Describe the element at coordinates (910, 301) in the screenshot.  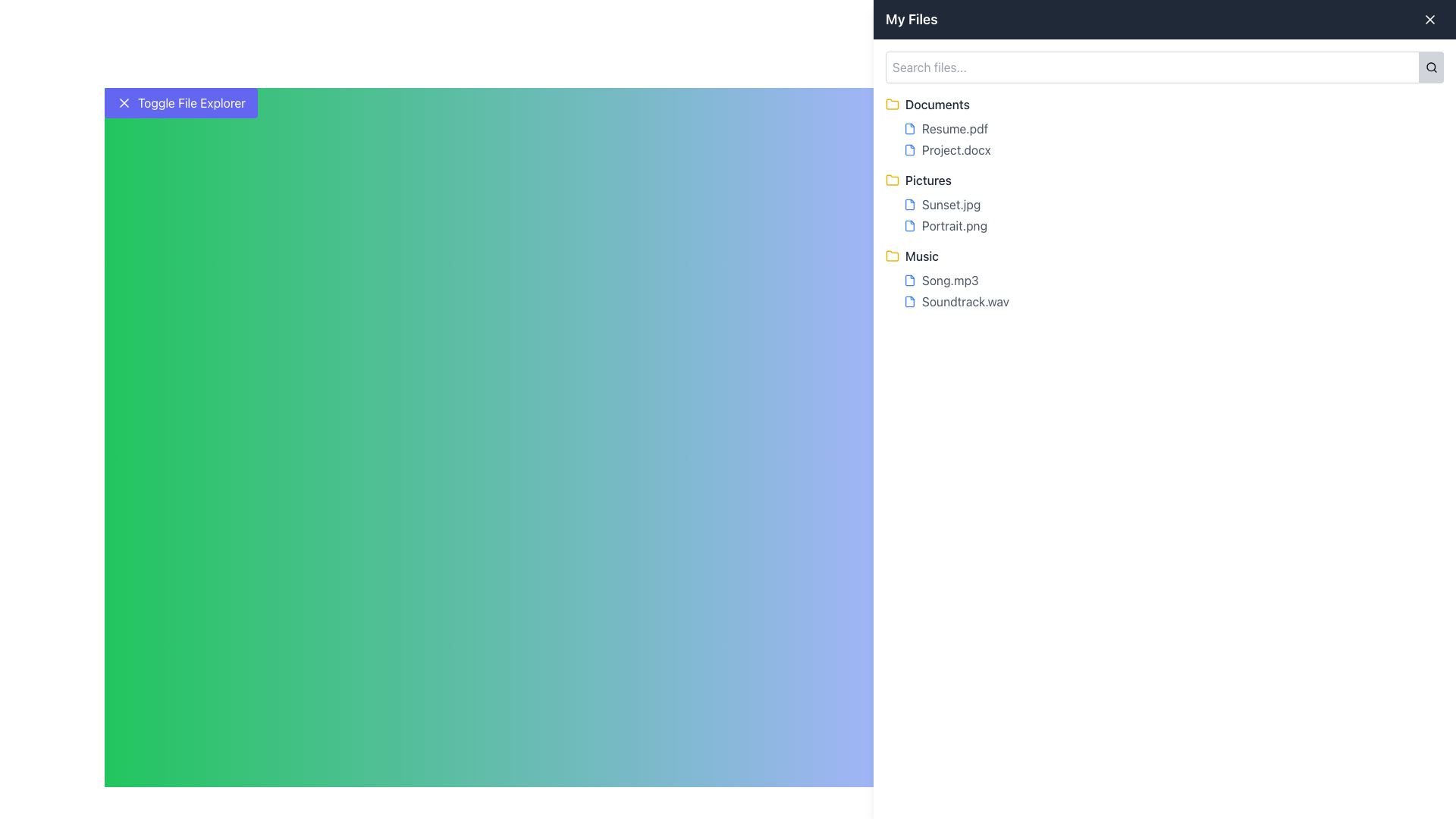
I see `the blue document file icon representing Soundtrack.wav located in the Music folder` at that location.